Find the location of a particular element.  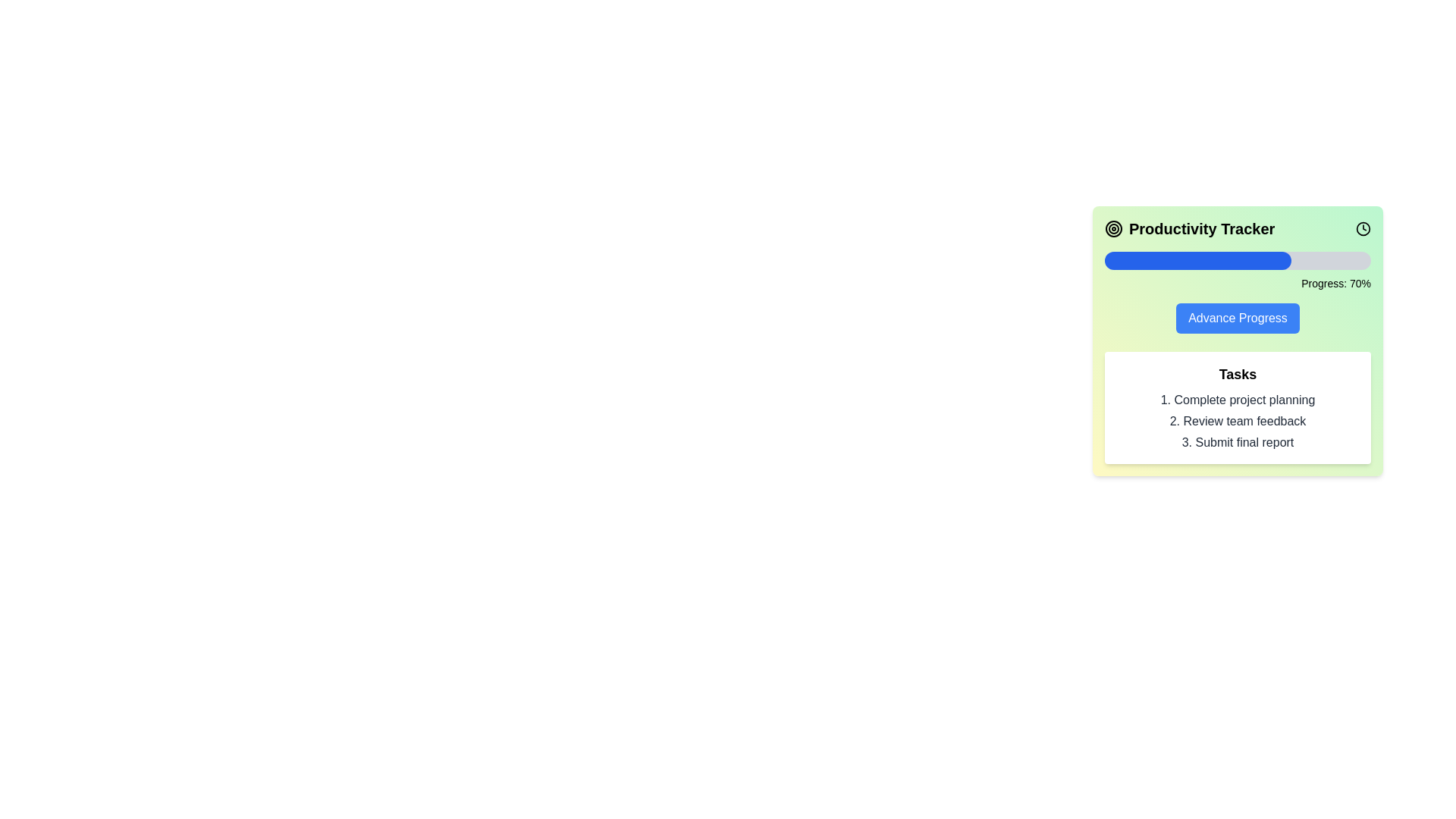

the text label reading '1. Complete project planning' which is the first item in the 'Tasks' section of the Productivity Tracker card is located at coordinates (1238, 400).